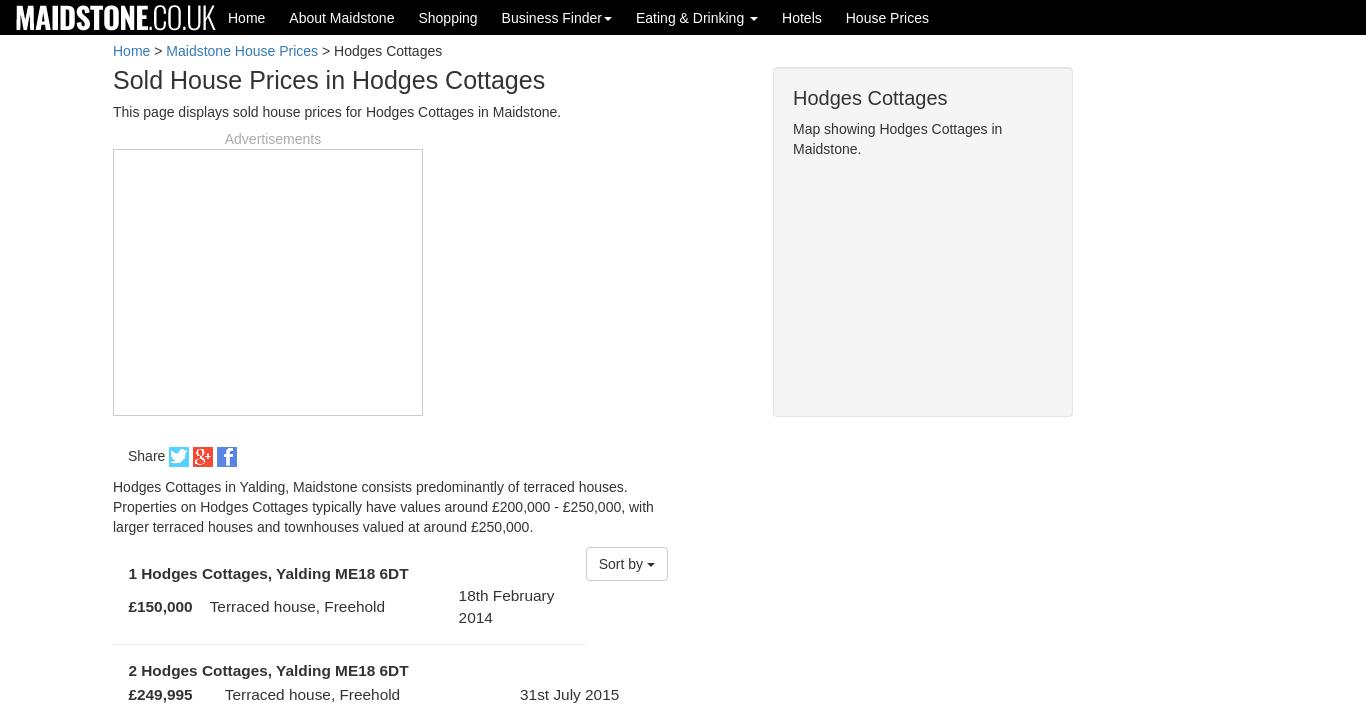  I want to click on '>', so click(157, 50).